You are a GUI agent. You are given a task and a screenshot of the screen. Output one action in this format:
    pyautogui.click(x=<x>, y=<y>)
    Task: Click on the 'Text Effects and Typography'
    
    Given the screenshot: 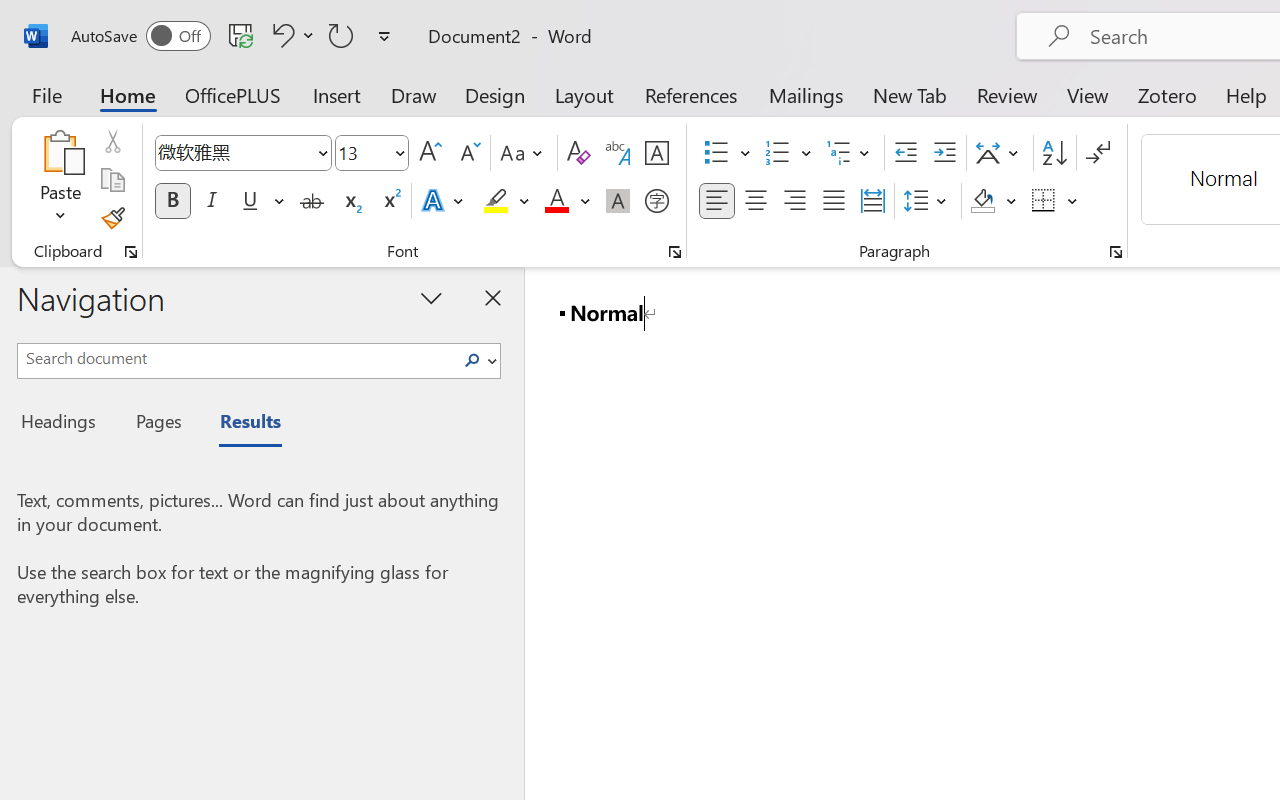 What is the action you would take?
    pyautogui.click(x=443, y=201)
    